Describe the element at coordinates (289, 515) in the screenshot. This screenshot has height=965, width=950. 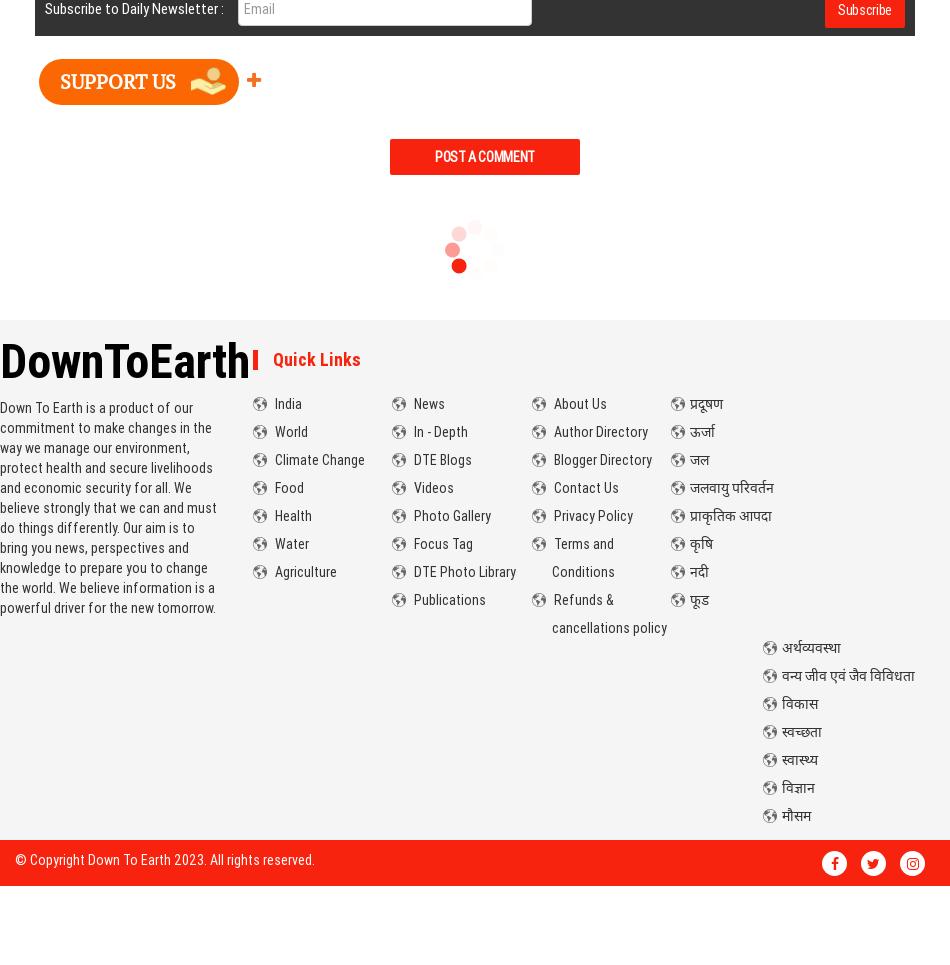
I see `'Health'` at that location.